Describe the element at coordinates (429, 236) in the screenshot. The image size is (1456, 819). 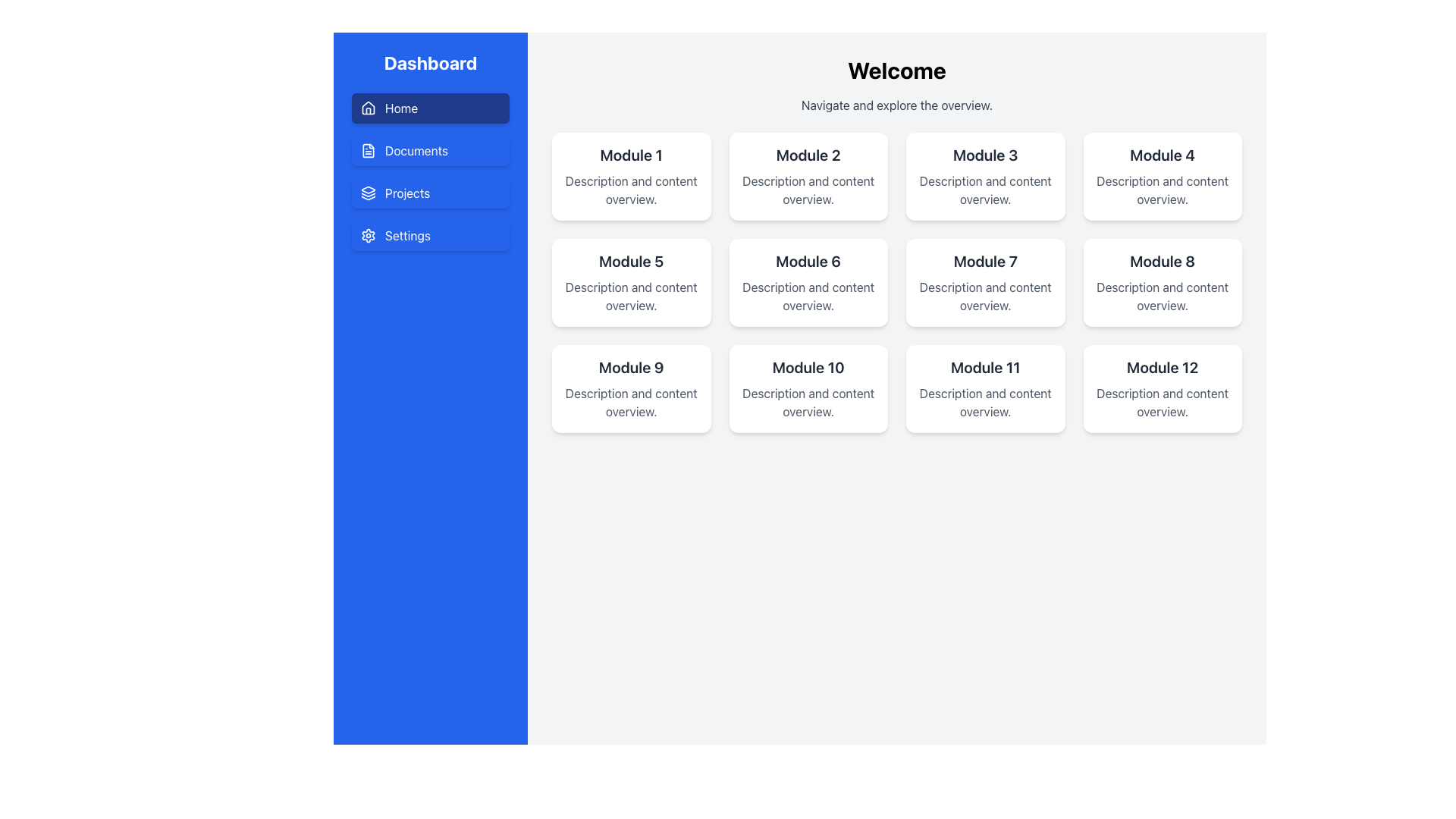
I see `the fourth button in the vertical list of menu options in the left sidebar` at that location.